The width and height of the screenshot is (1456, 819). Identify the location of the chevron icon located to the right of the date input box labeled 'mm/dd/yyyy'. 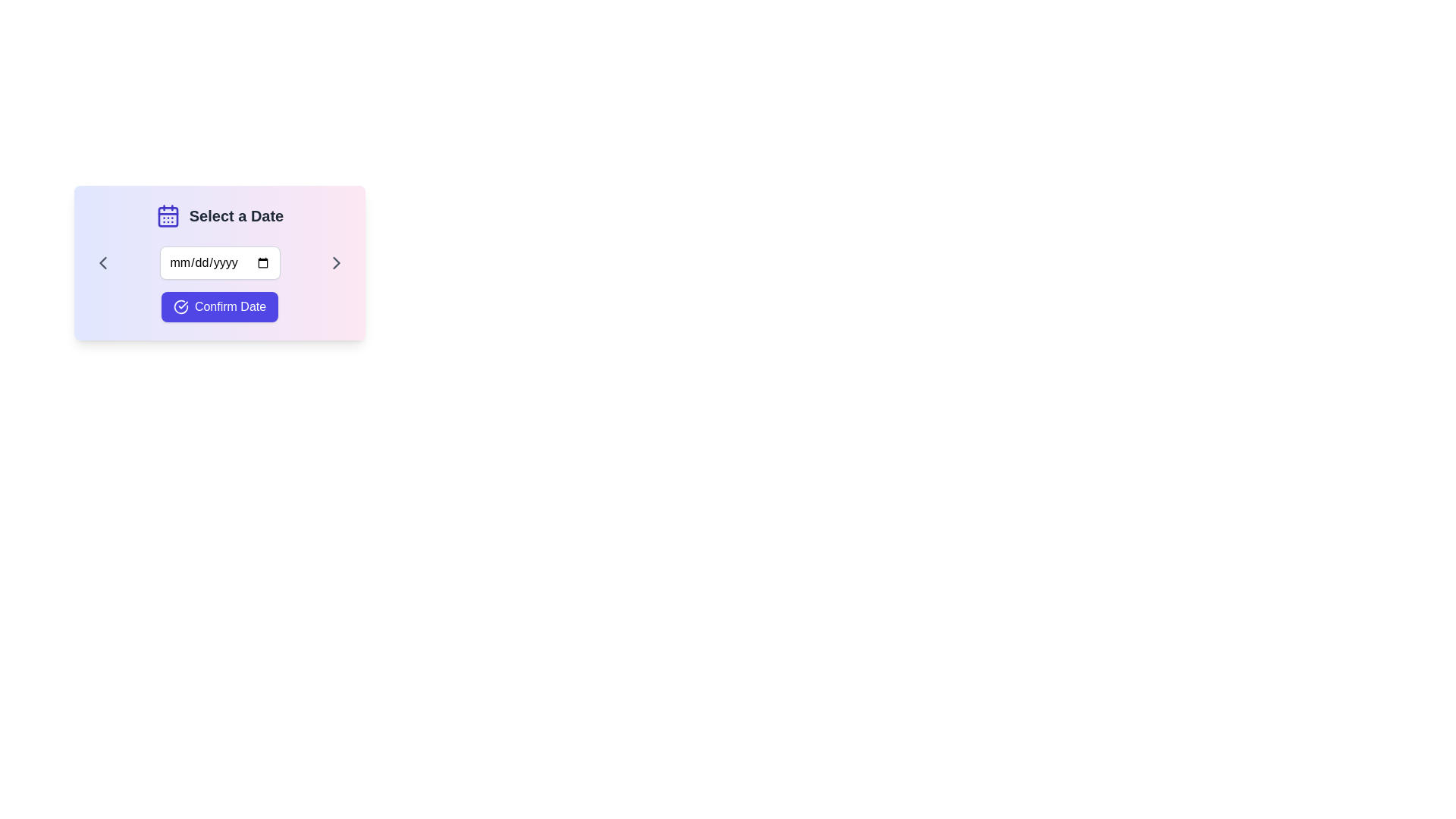
(336, 262).